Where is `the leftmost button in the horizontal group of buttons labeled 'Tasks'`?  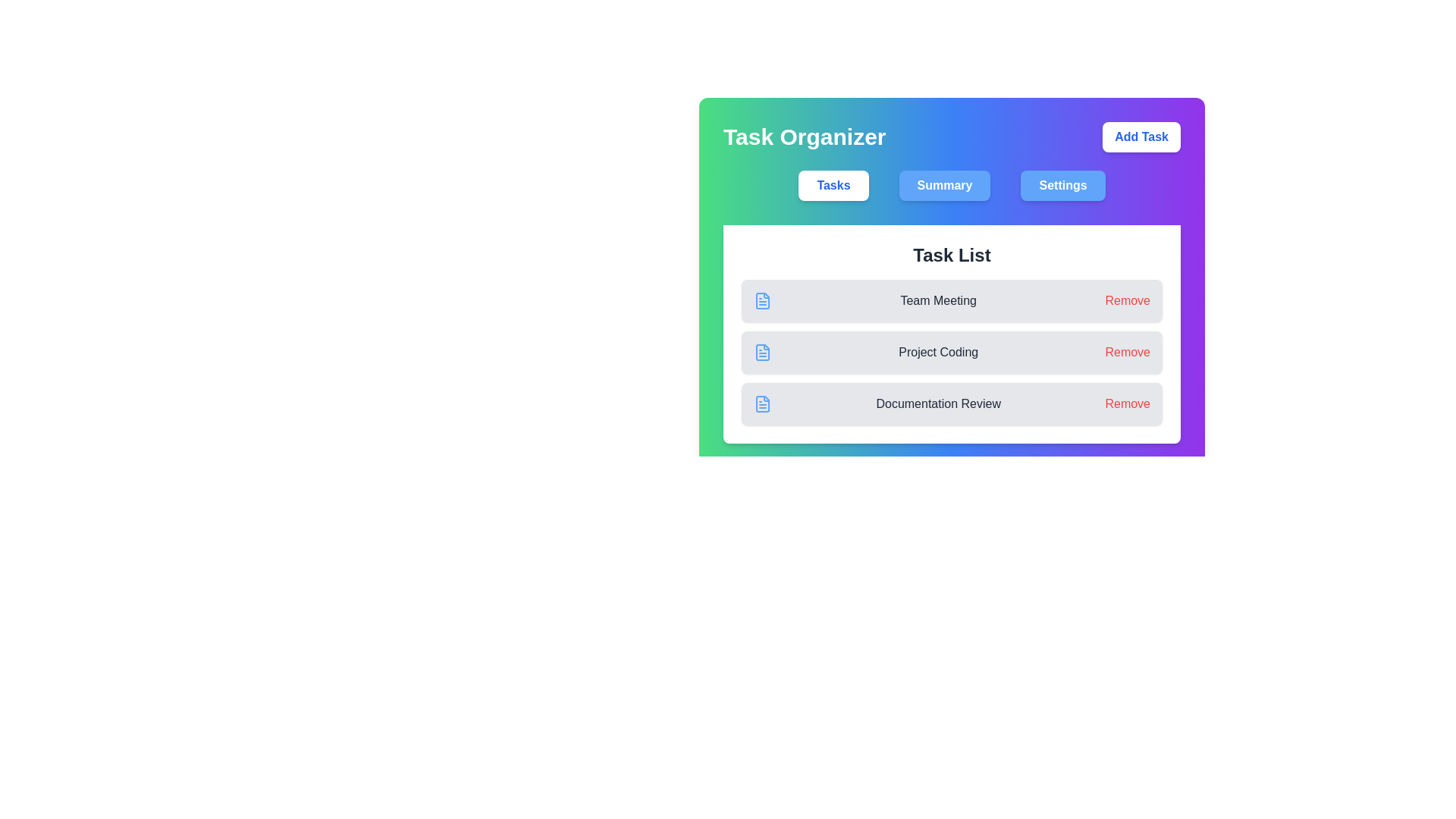
the leftmost button in the horizontal group of buttons labeled 'Tasks' is located at coordinates (833, 185).